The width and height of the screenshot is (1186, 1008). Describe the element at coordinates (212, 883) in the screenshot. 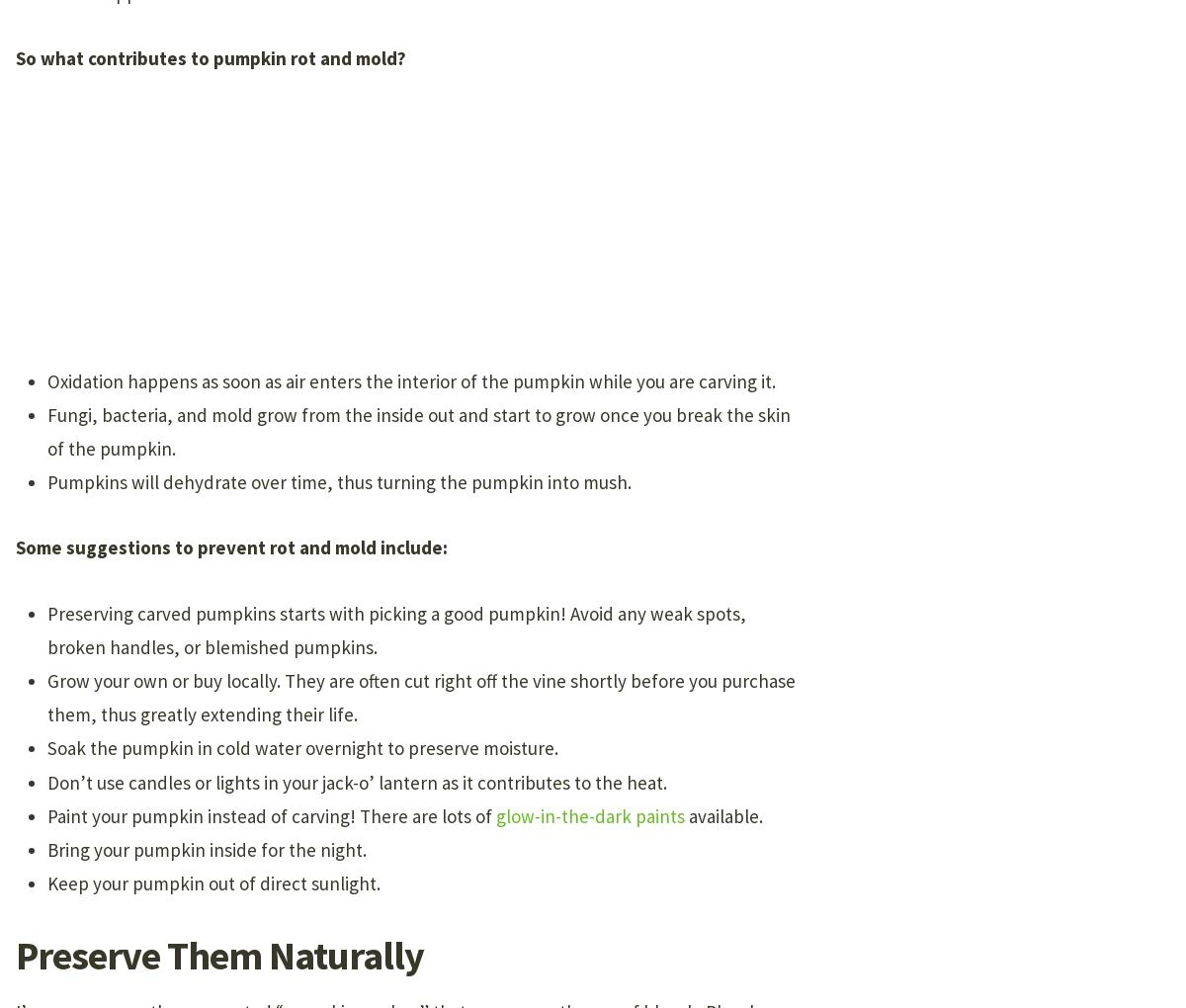

I see `'Keep your pumpkin out of direct sunlight.'` at that location.